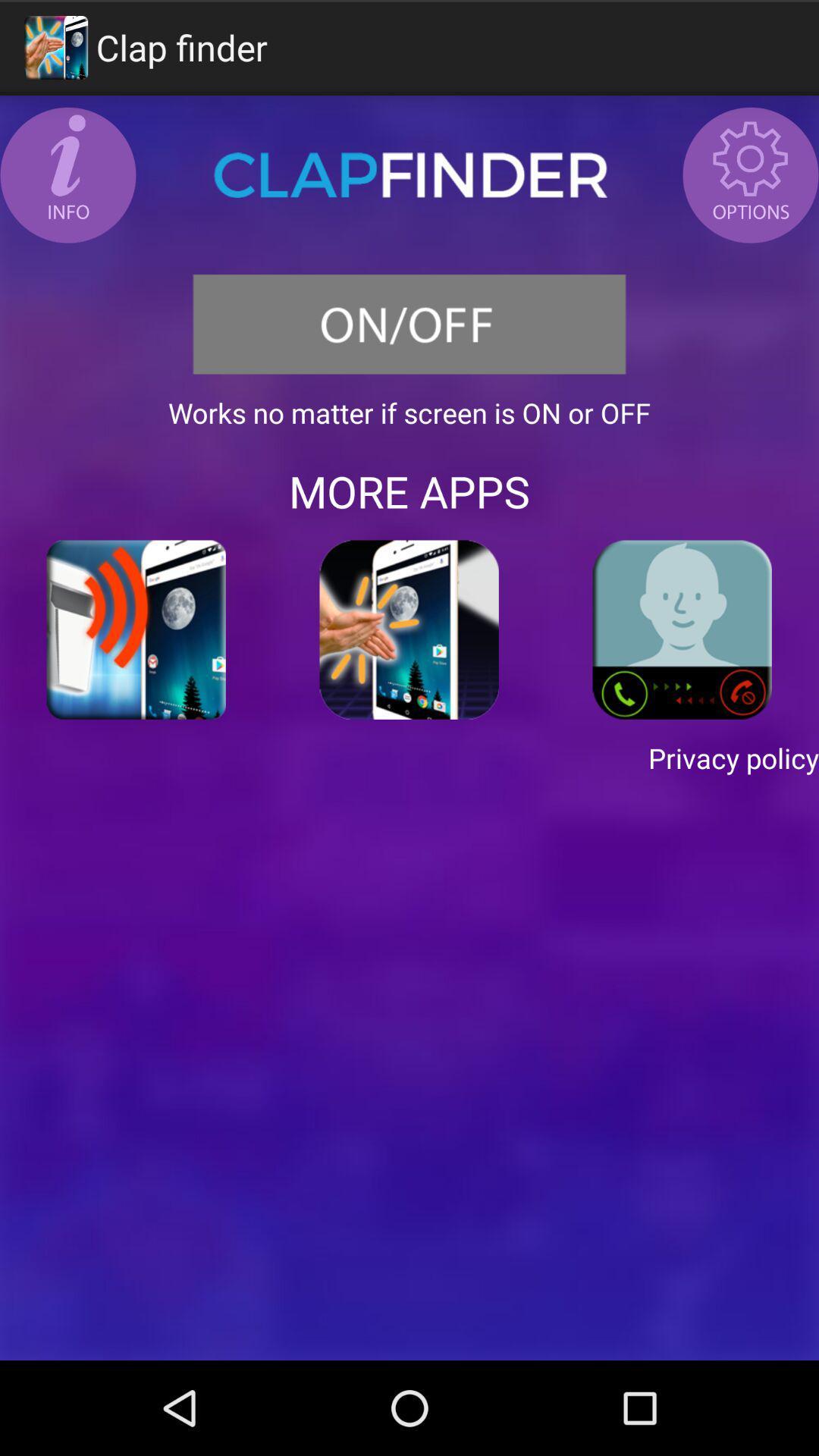  I want to click on share the video, so click(136, 629).